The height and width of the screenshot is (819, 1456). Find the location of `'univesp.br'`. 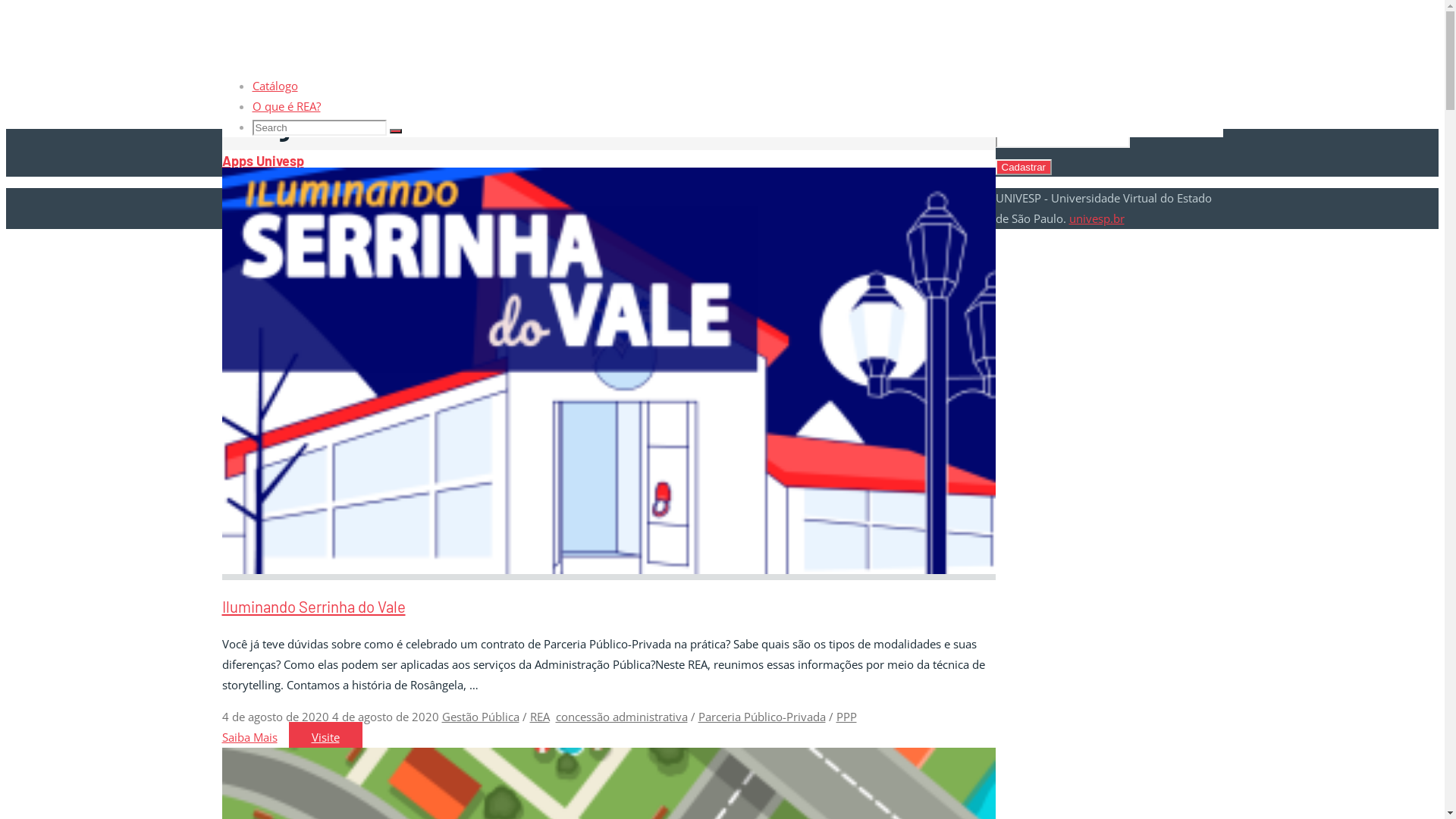

'univesp.br' is located at coordinates (1097, 218).